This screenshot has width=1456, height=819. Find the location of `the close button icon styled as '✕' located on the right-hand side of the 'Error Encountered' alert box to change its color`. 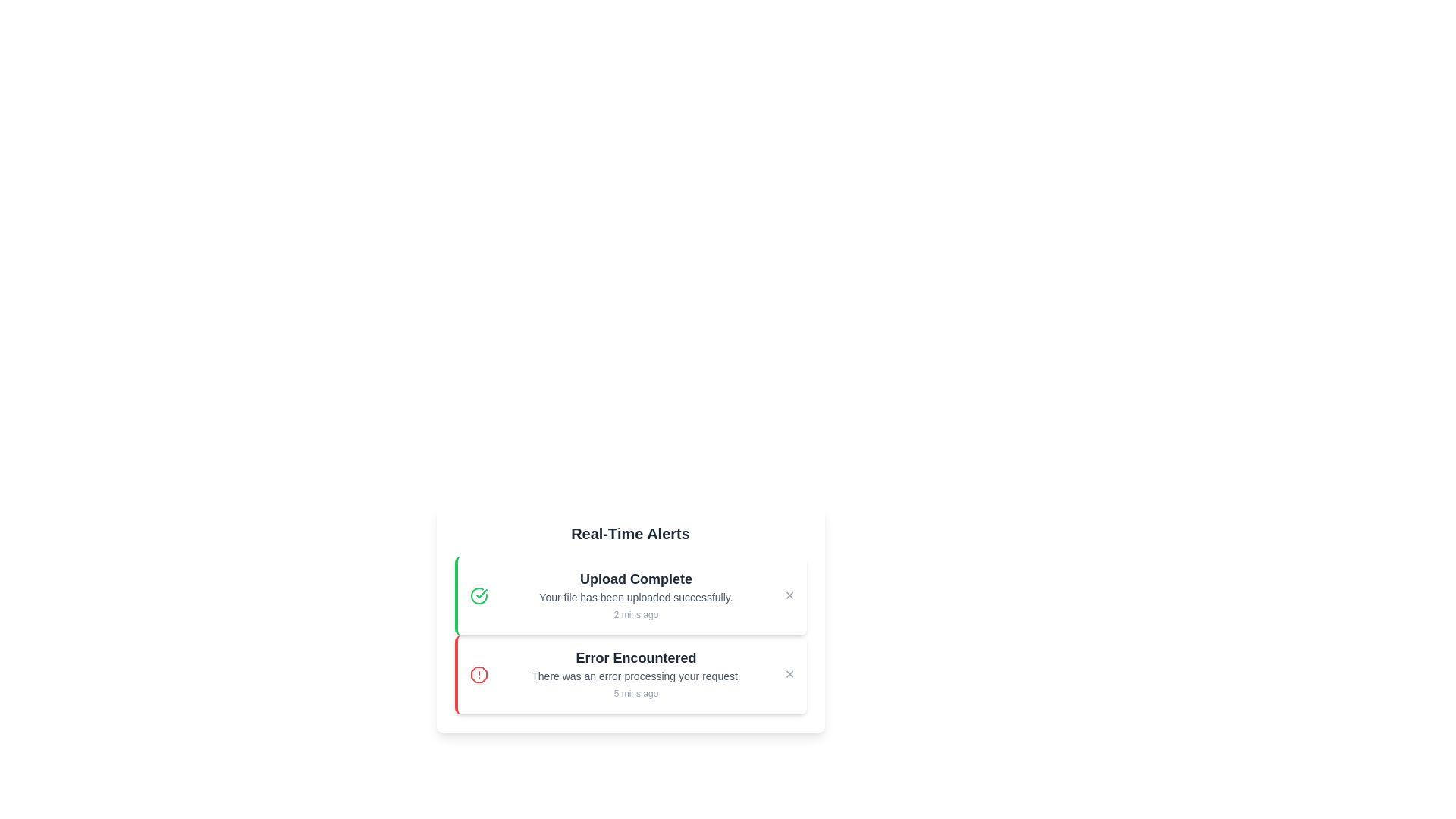

the close button icon styled as '✕' located on the right-hand side of the 'Error Encountered' alert box to change its color is located at coordinates (789, 674).